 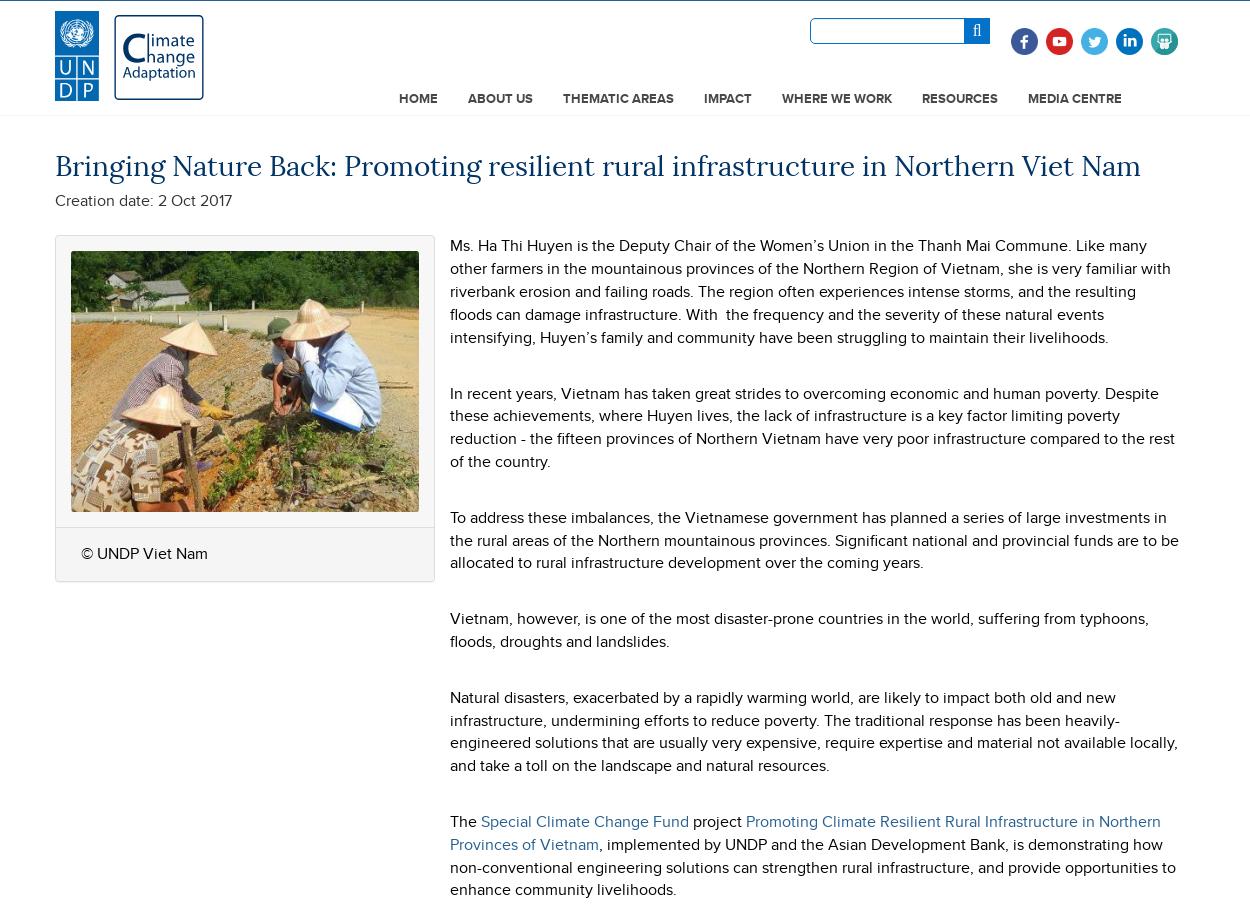 What do you see at coordinates (813, 729) in the screenshot?
I see `'Natural disasters, exacerbated by a rapidly warming world, are likely to impact both old and new infrastructure, undermining efforts to reduce poverty. The traditional response has been heavily-engineered solutions that are usually very expensive, require expertise and material not available locally, and take a toll on the landscape and natural resources.'` at bounding box center [813, 729].